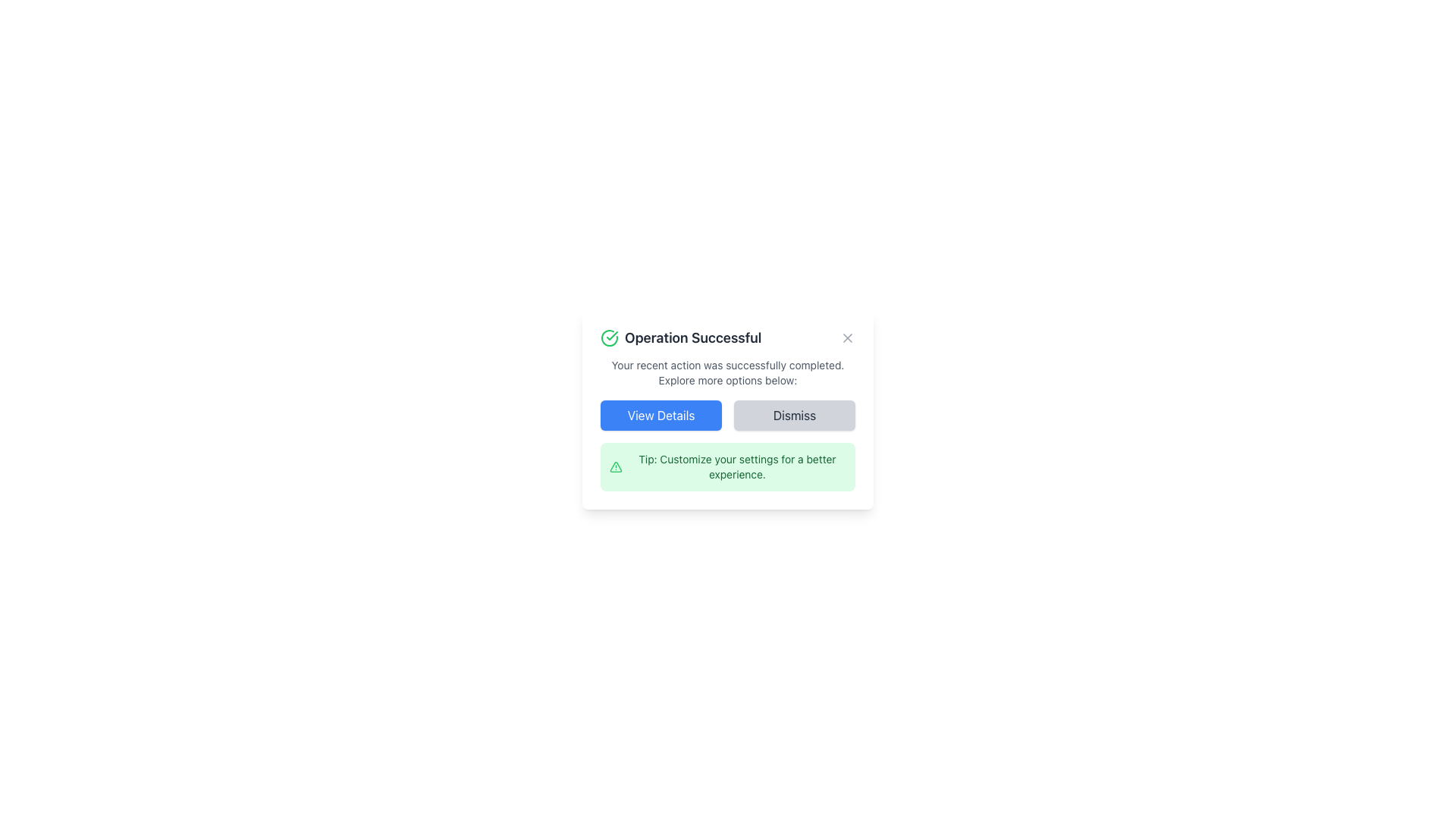 The width and height of the screenshot is (1456, 819). I want to click on the button labeled 'View Details' with a bright blue background to observe the style change, which includes a darker blue background upon hovering, so click(661, 415).